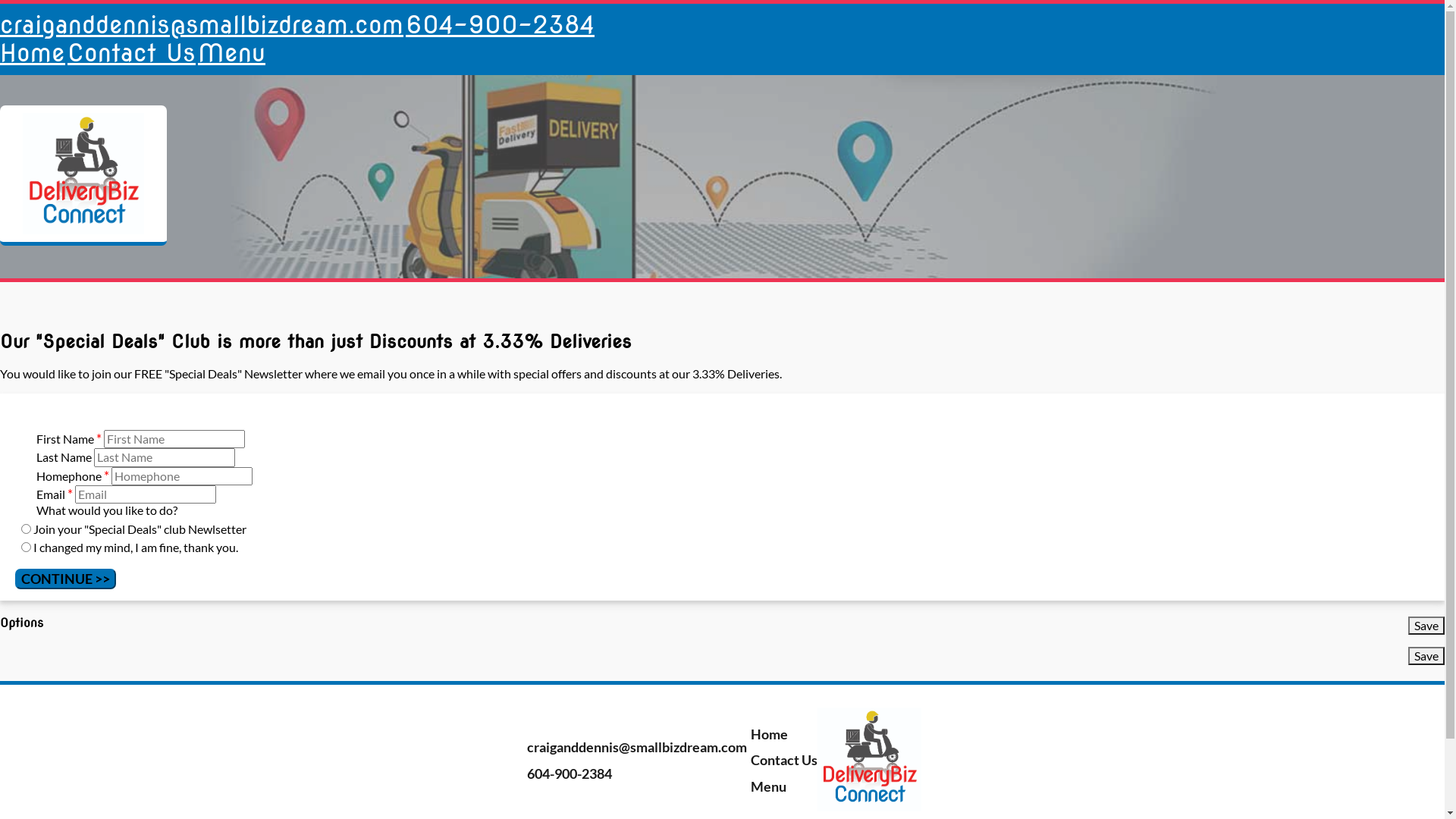 The width and height of the screenshot is (1456, 819). What do you see at coordinates (635, 745) in the screenshot?
I see `'craiganddennis@smallbizdream.com'` at bounding box center [635, 745].